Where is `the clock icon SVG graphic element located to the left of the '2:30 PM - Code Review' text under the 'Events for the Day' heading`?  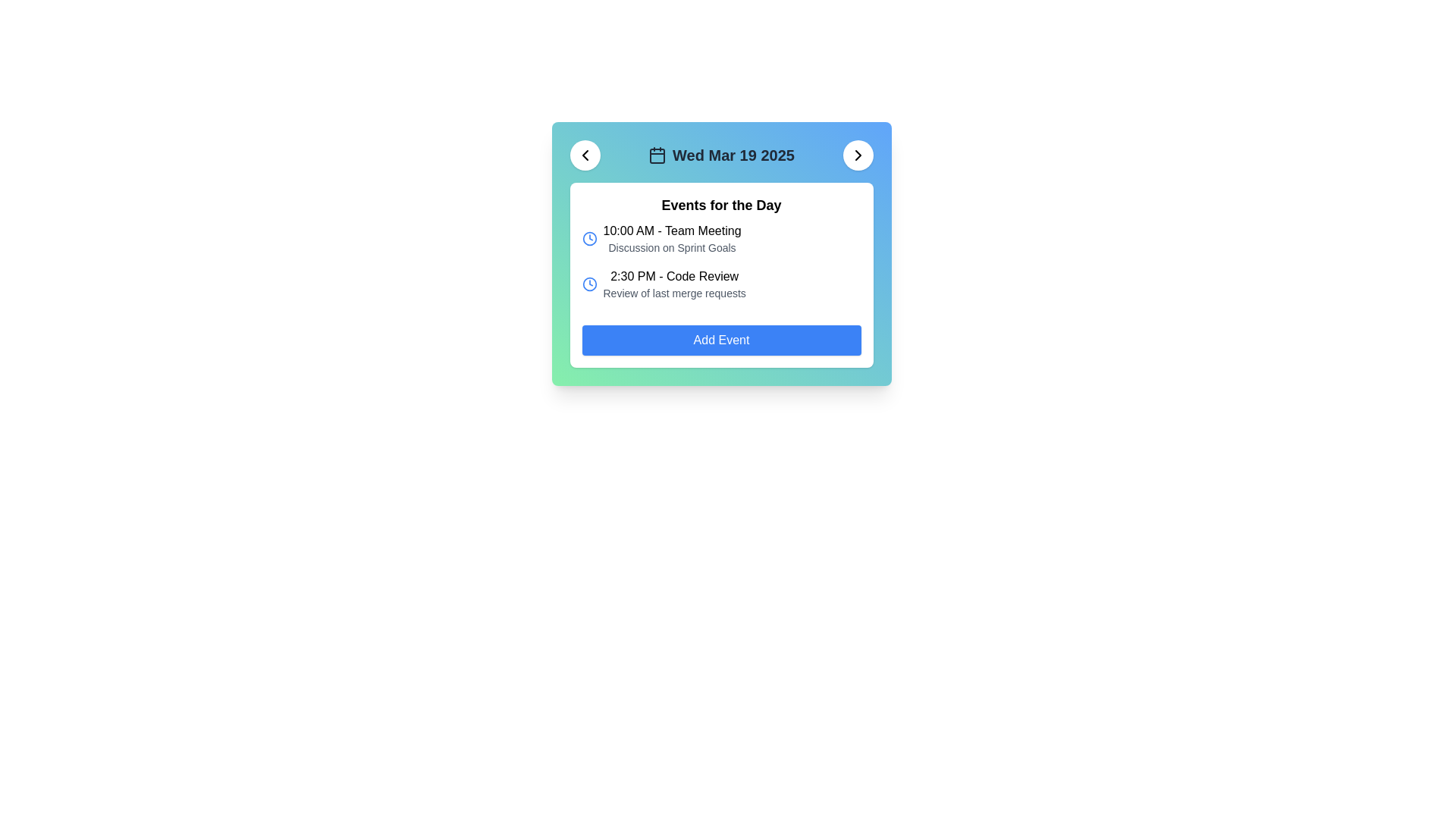 the clock icon SVG graphic element located to the left of the '2:30 PM - Code Review' text under the 'Events for the Day' heading is located at coordinates (588, 284).